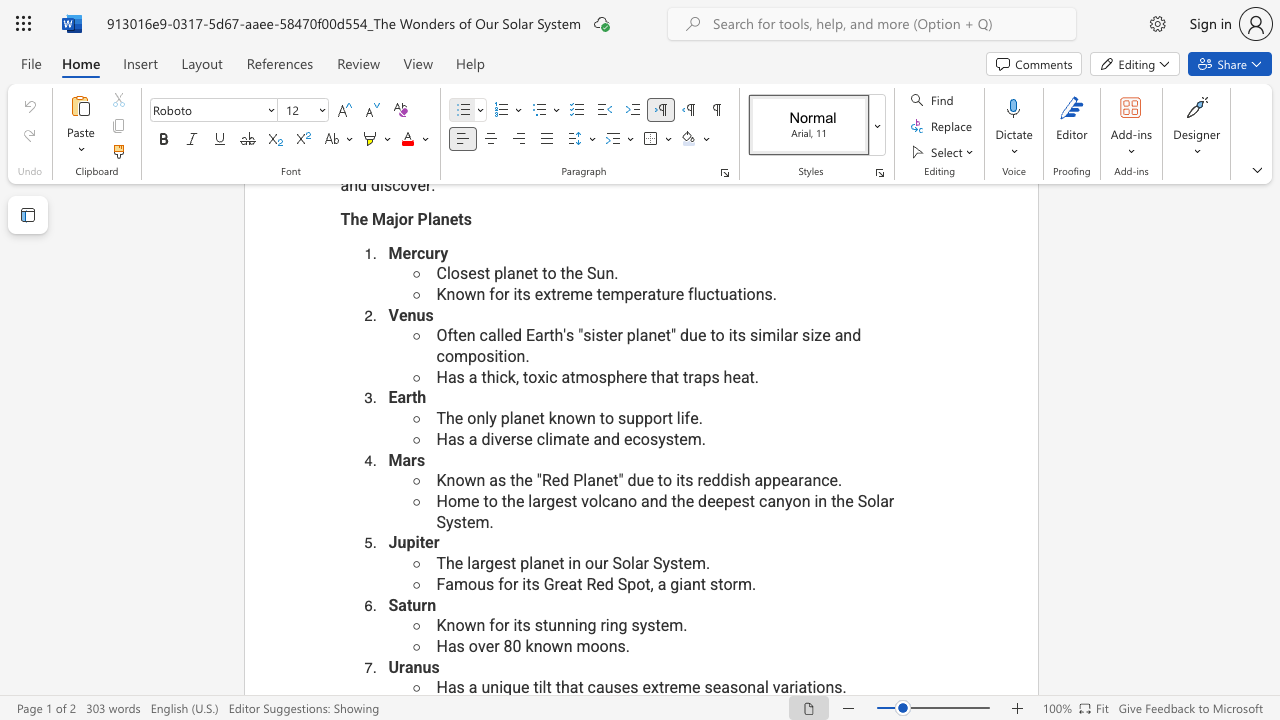 Image resolution: width=1280 pixels, height=720 pixels. I want to click on the 1th character "R" in the text, so click(546, 480).